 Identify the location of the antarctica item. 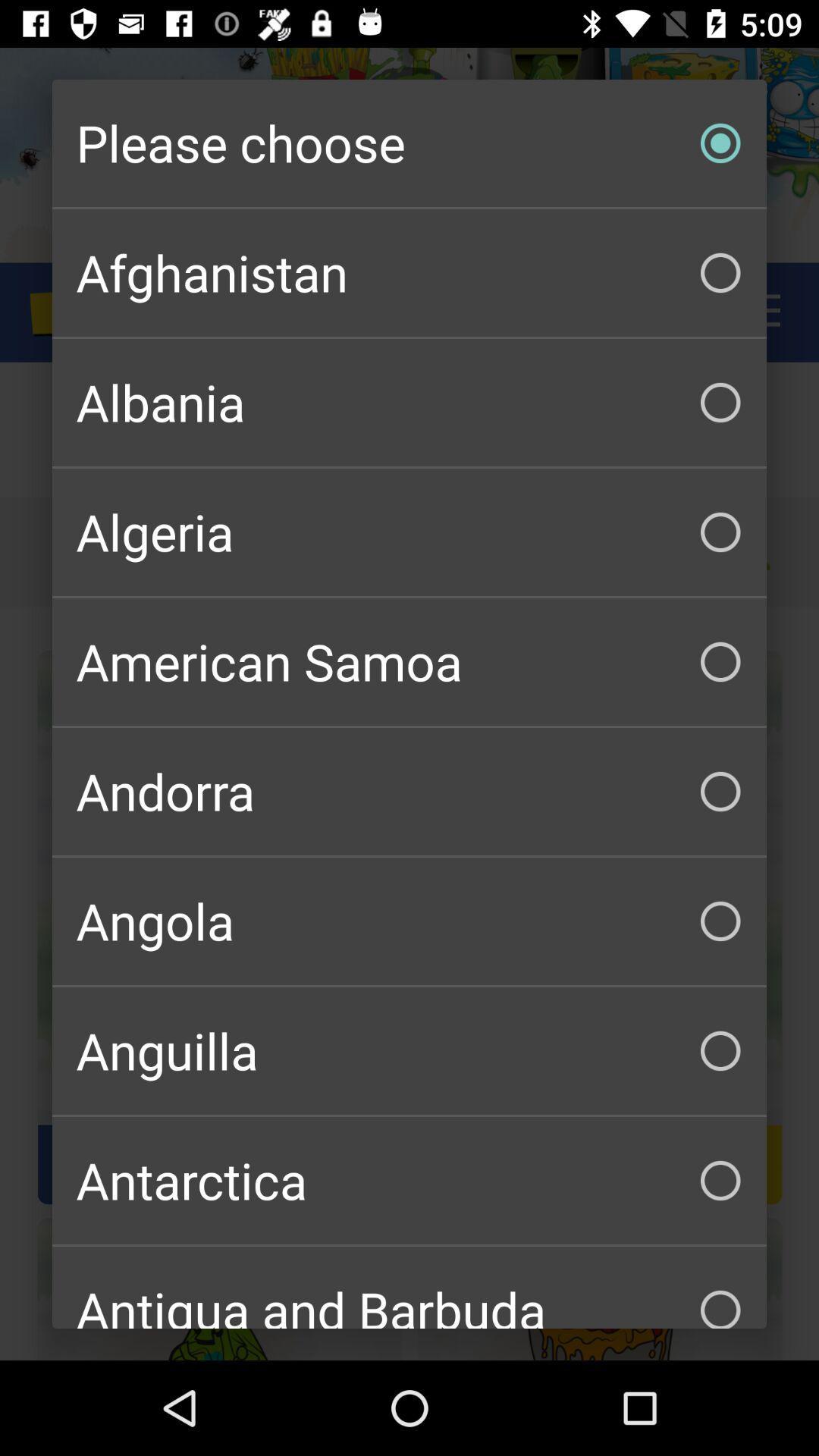
(409, 1179).